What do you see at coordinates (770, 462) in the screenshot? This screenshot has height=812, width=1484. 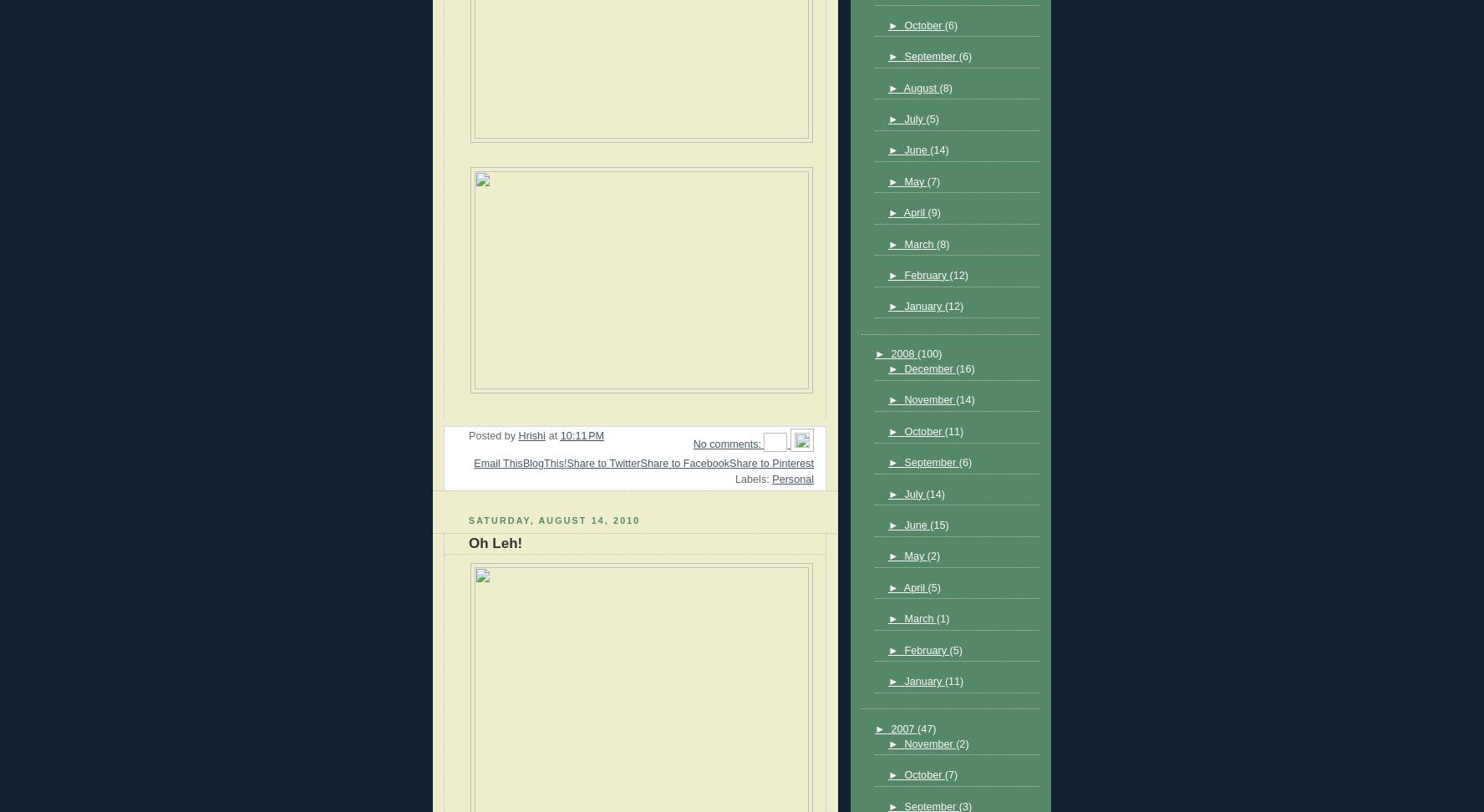 I see `'Share to Pinterest'` at bounding box center [770, 462].